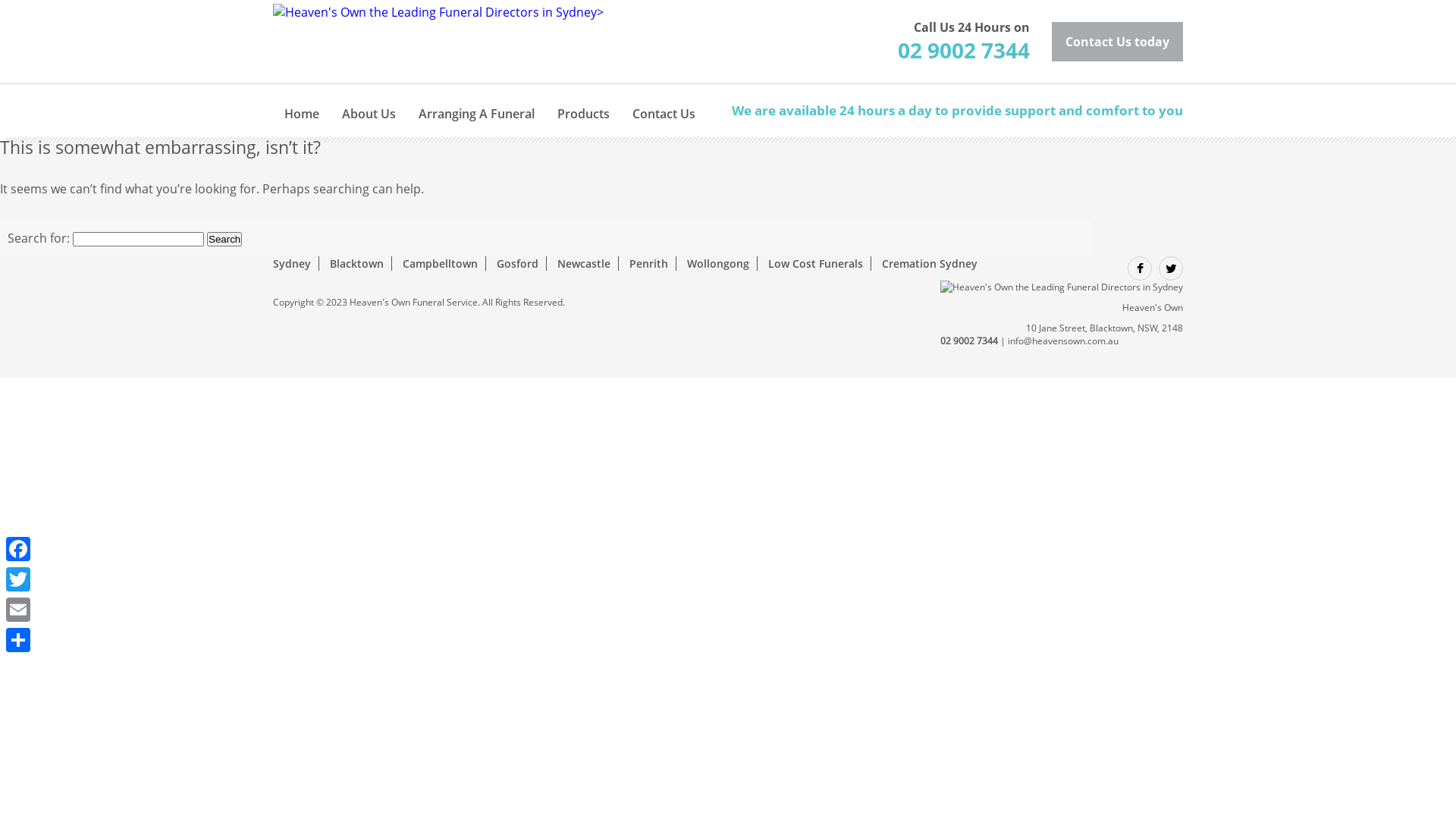 The height and width of the screenshot is (819, 1456). I want to click on 'Contact Us', so click(664, 104).